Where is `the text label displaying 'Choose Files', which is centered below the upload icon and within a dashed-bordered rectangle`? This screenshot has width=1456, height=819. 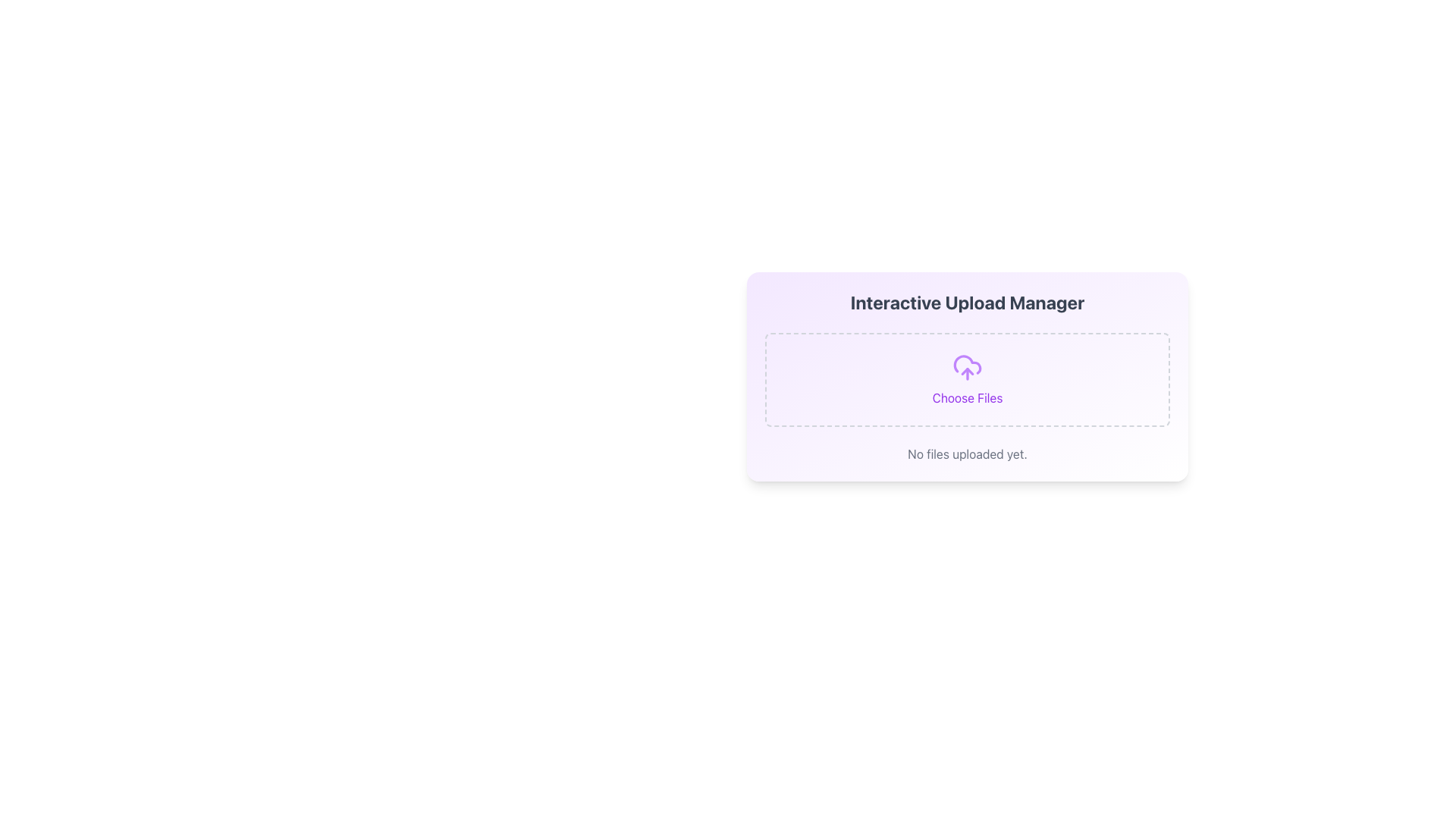
the text label displaying 'Choose Files', which is centered below the upload icon and within a dashed-bordered rectangle is located at coordinates (967, 397).